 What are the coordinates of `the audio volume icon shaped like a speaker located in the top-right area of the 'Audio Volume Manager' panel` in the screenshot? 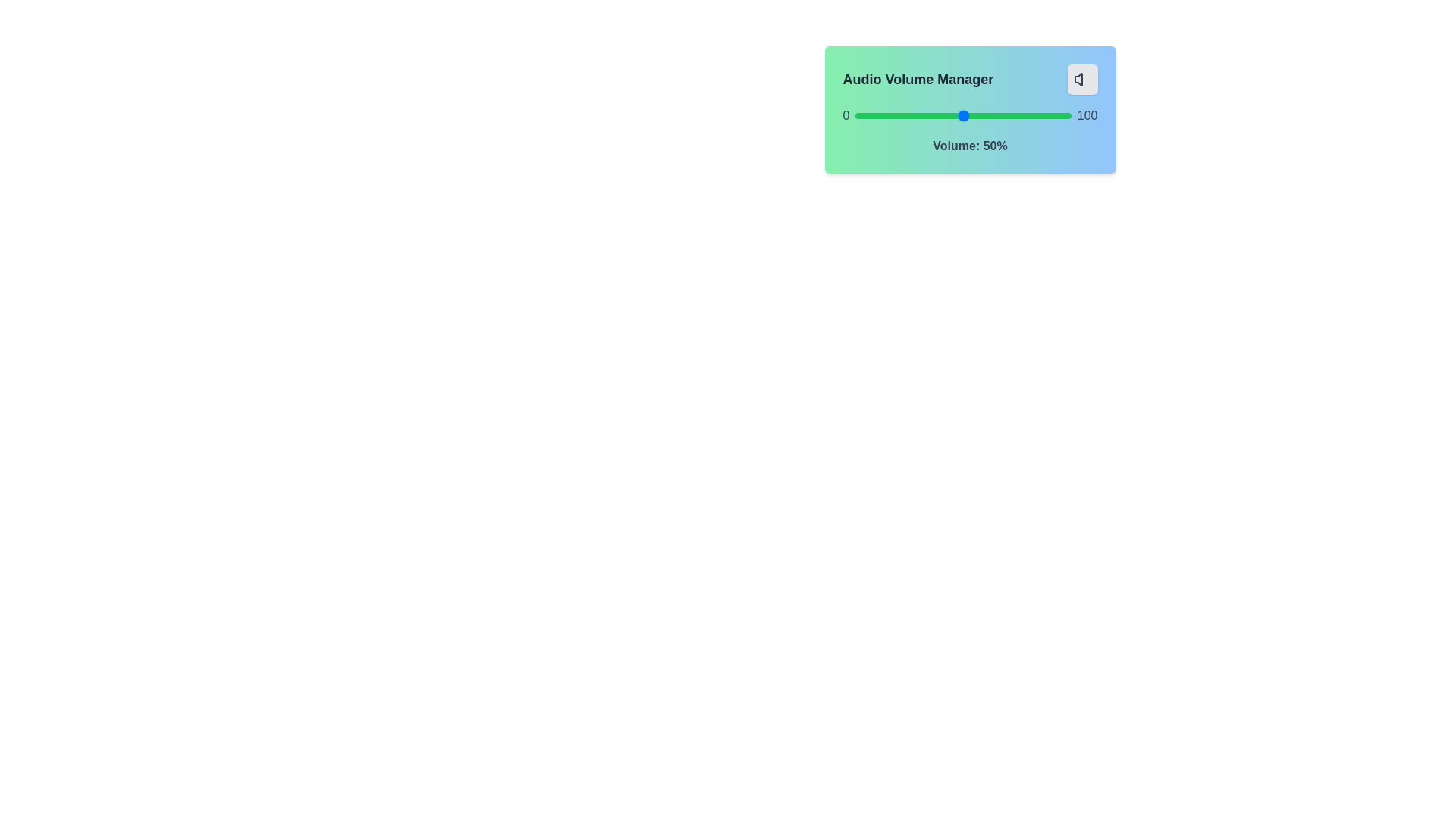 It's located at (1081, 79).